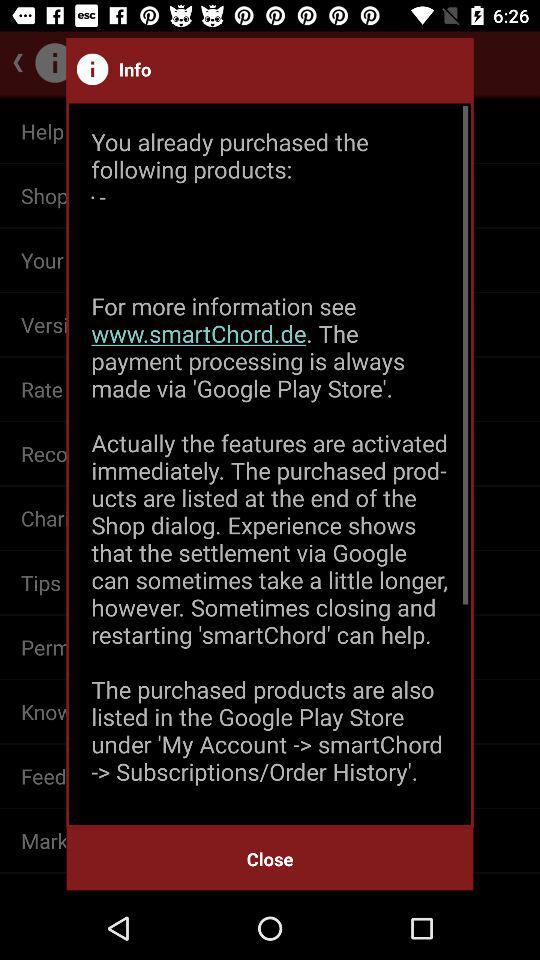  What do you see at coordinates (270, 858) in the screenshot?
I see `the close` at bounding box center [270, 858].